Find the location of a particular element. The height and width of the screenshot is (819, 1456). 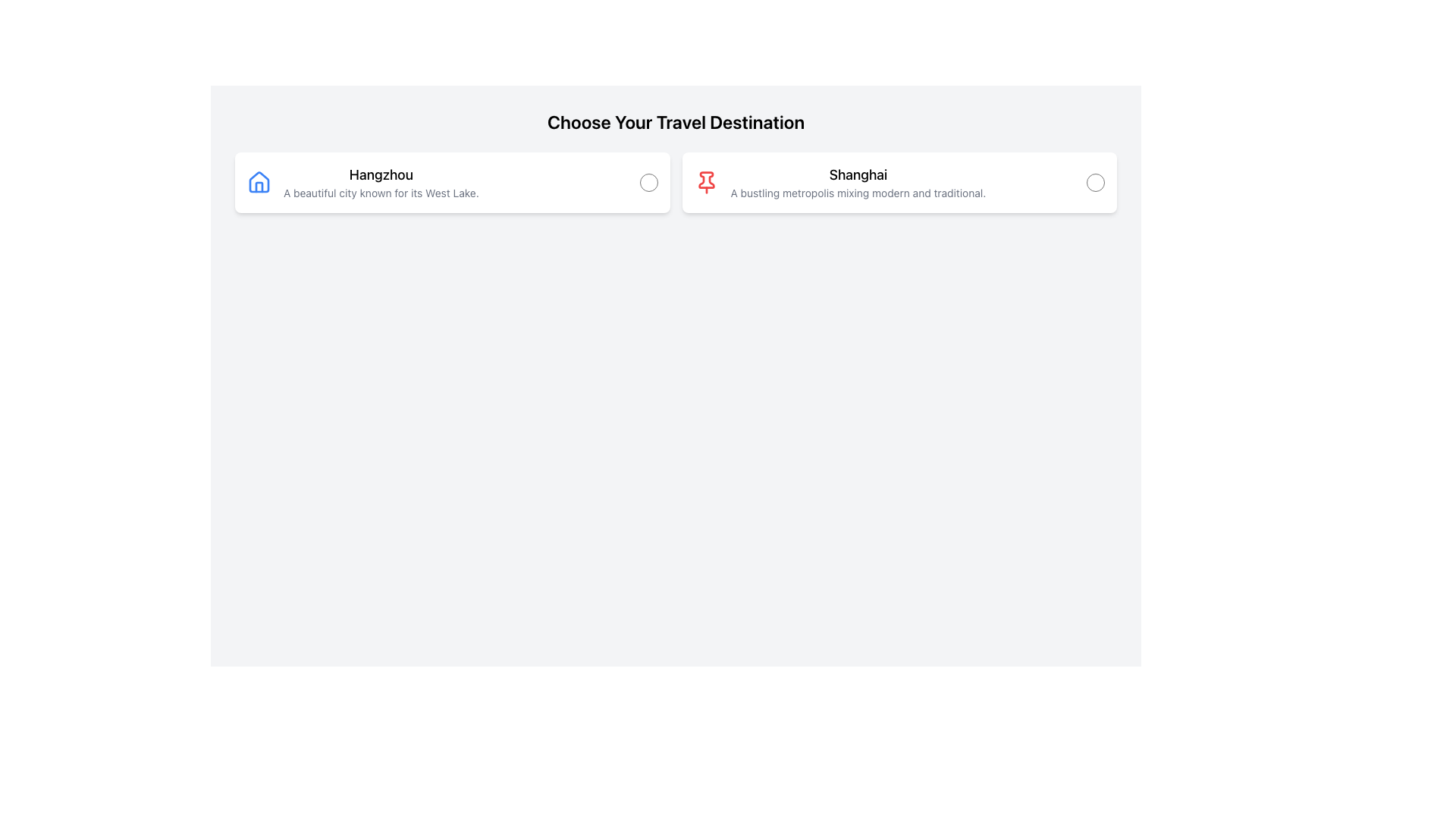

the red pin icon located to the left of the 'Shanghai' text, which is positioned on the right segment of the interactive area is located at coordinates (705, 181).